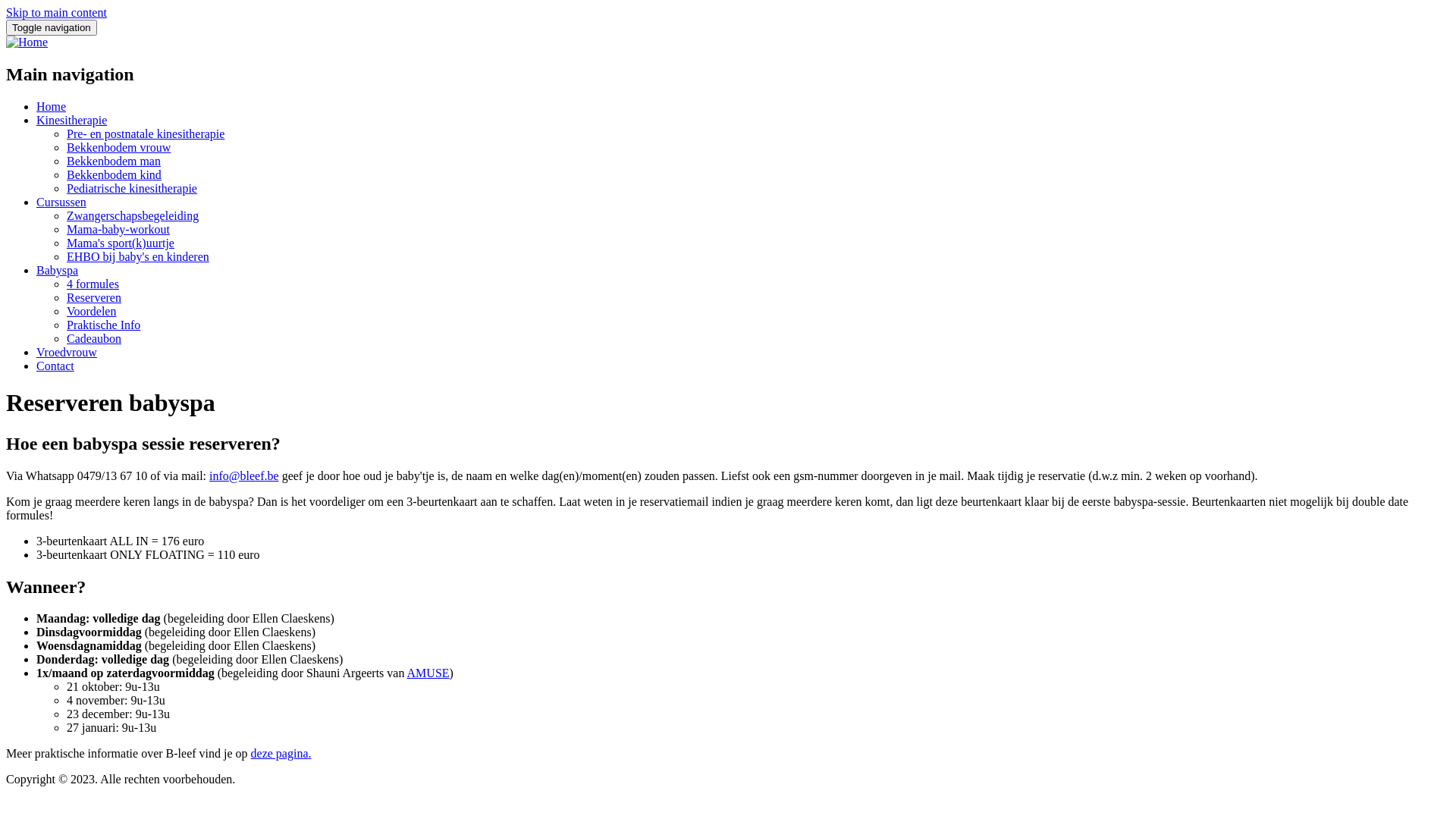  What do you see at coordinates (113, 174) in the screenshot?
I see `'Bekkenbodem kind'` at bounding box center [113, 174].